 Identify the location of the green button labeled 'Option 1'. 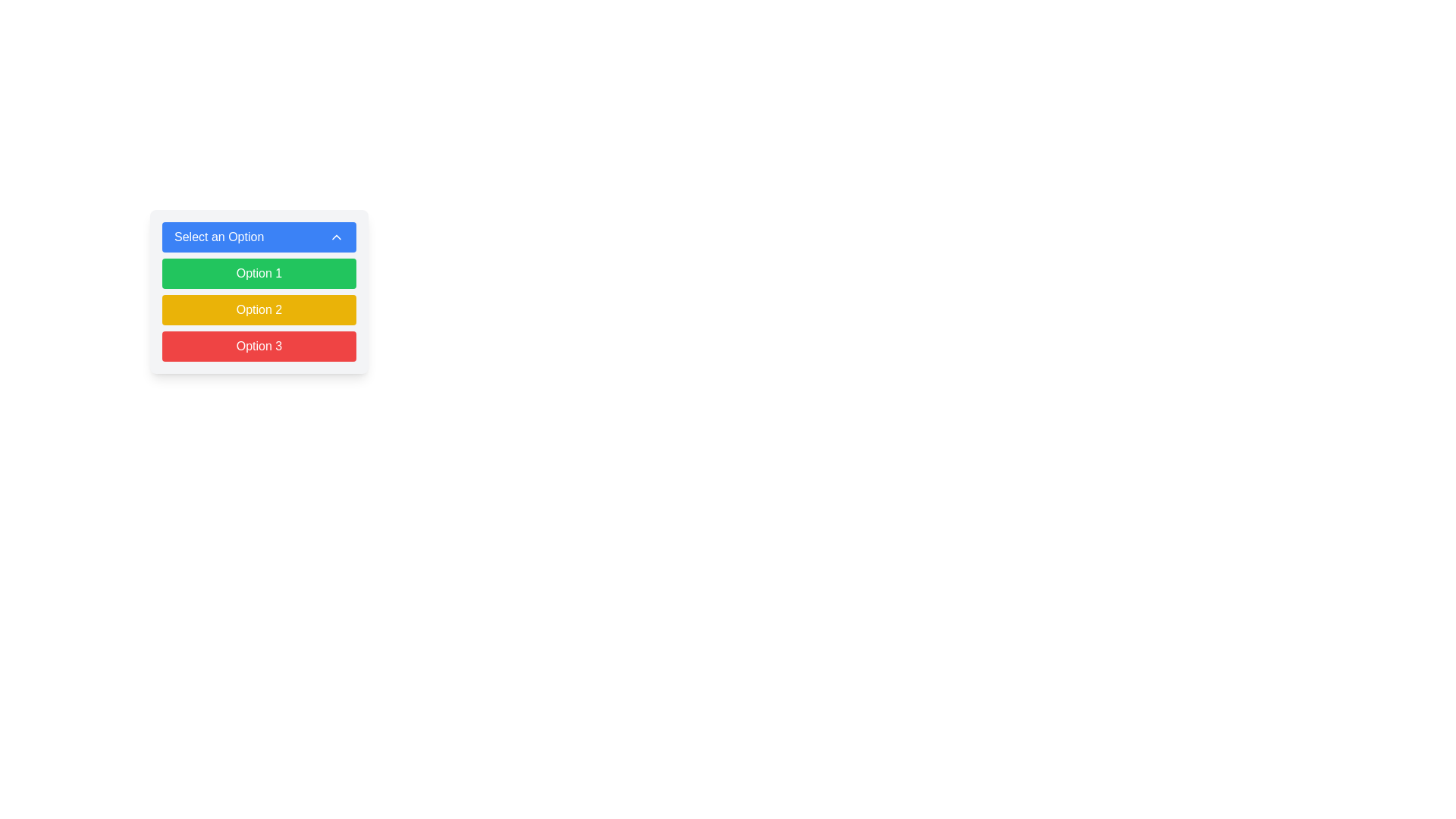
(259, 274).